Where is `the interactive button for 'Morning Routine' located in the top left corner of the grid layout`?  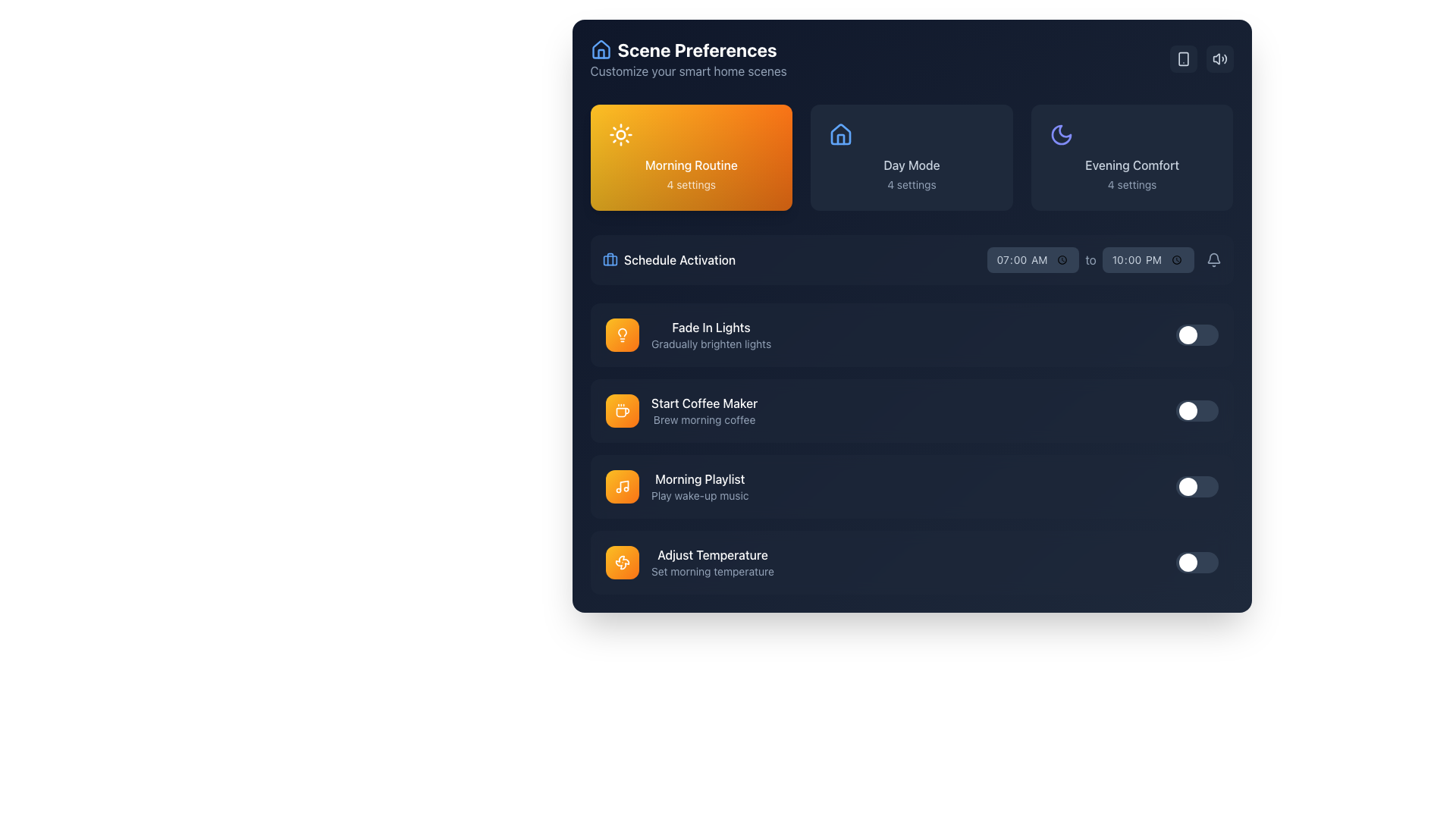
the interactive button for 'Morning Routine' located in the top left corner of the grid layout is located at coordinates (690, 158).